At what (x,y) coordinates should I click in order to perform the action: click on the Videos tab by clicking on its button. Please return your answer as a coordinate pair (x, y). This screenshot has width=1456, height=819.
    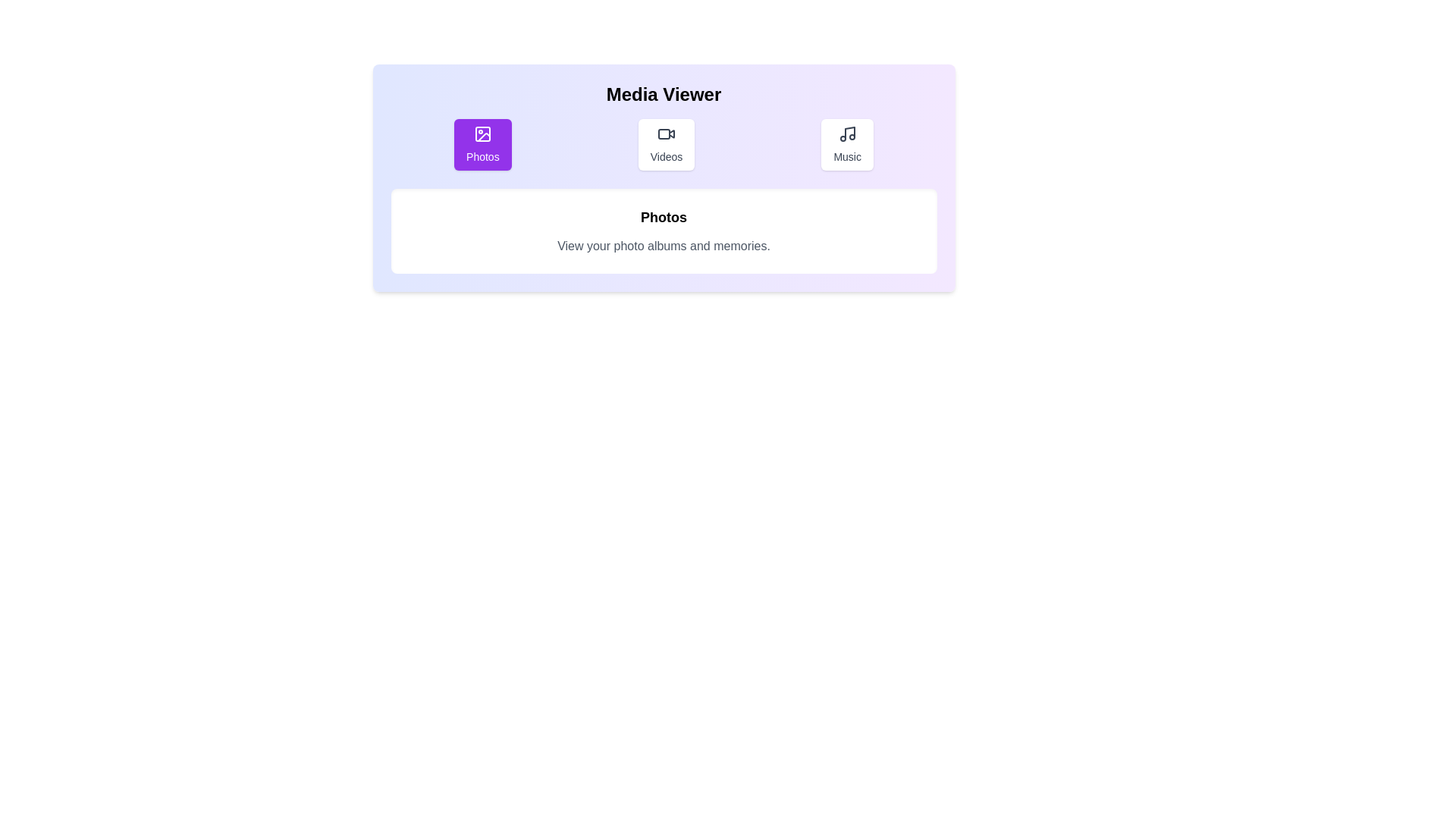
    Looking at the image, I should click on (666, 145).